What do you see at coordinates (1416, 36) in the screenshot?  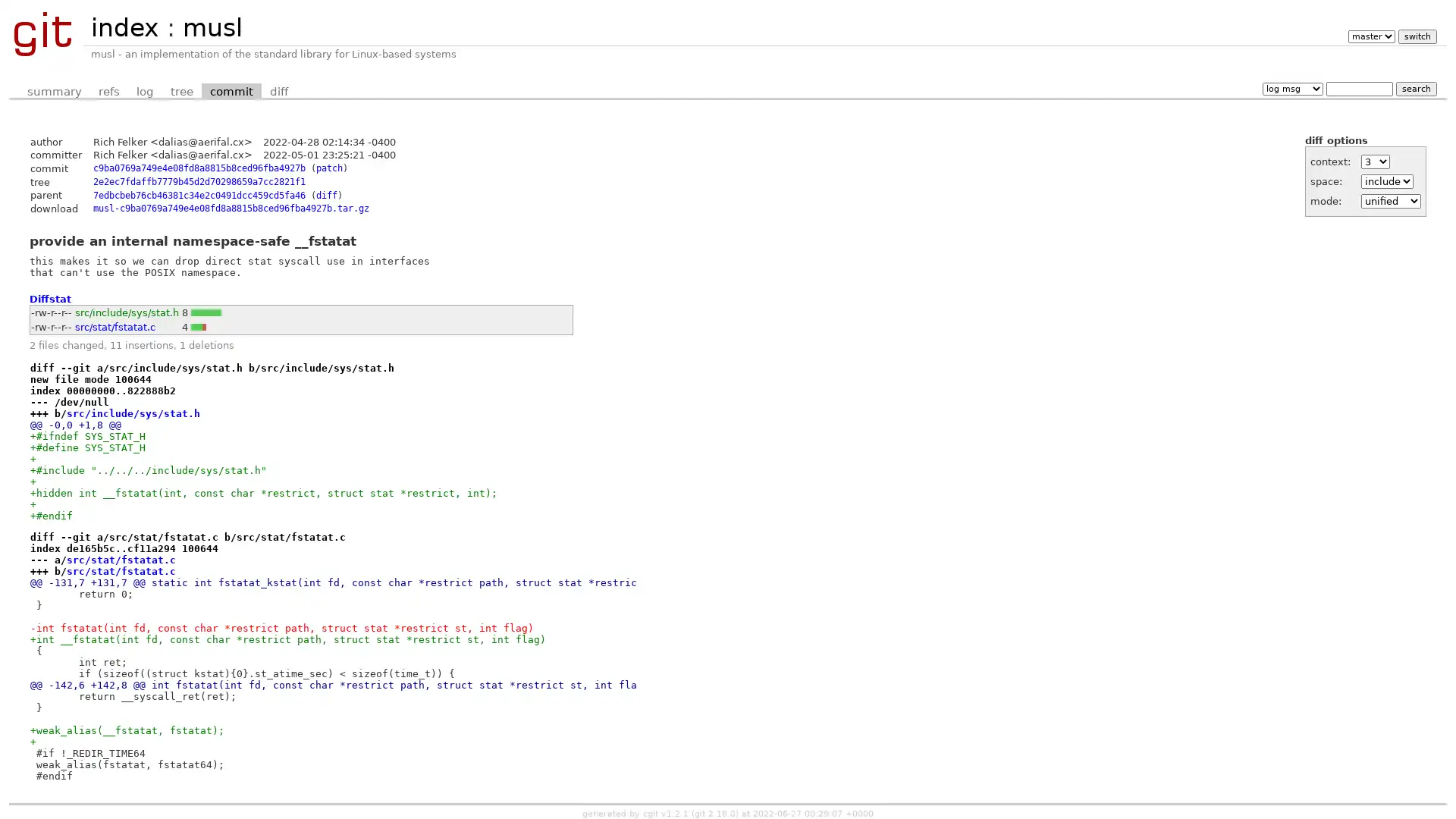 I see `switch` at bounding box center [1416, 36].